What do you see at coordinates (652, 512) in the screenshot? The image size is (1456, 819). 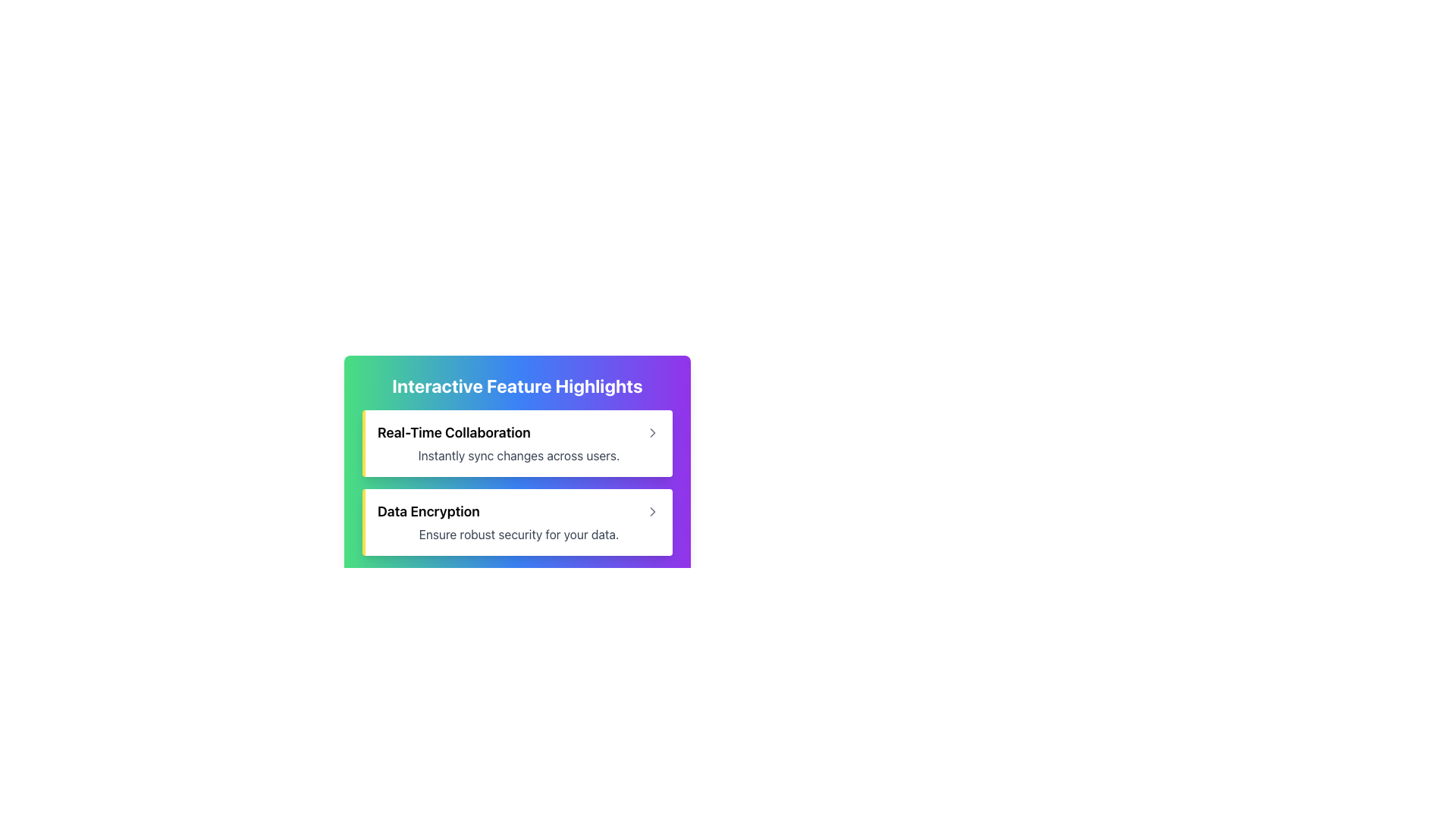 I see `the icon on the far right of the 'Data Encryption' row` at bounding box center [652, 512].